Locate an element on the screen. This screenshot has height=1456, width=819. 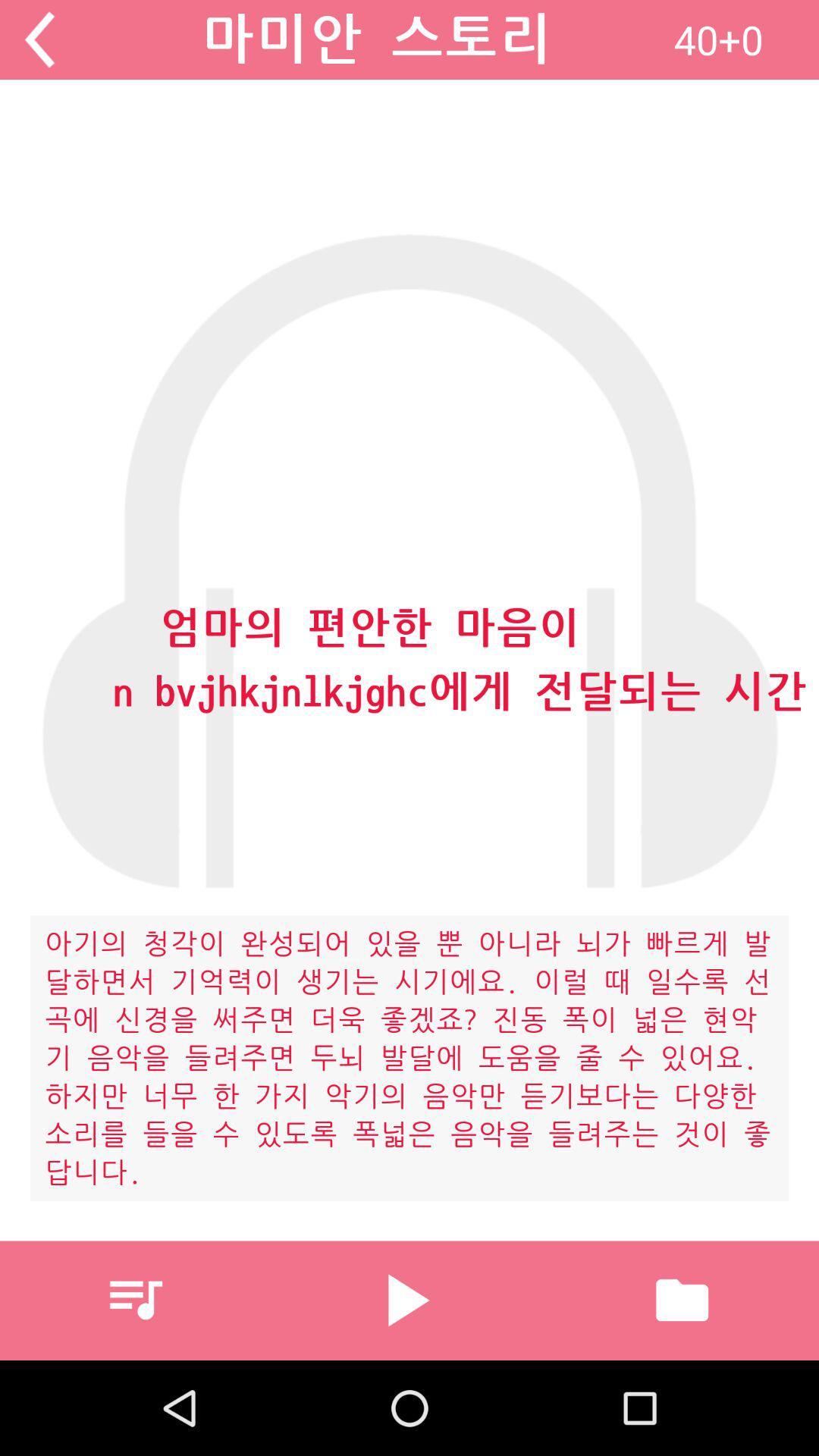
item at the top left corner is located at coordinates (39, 39).